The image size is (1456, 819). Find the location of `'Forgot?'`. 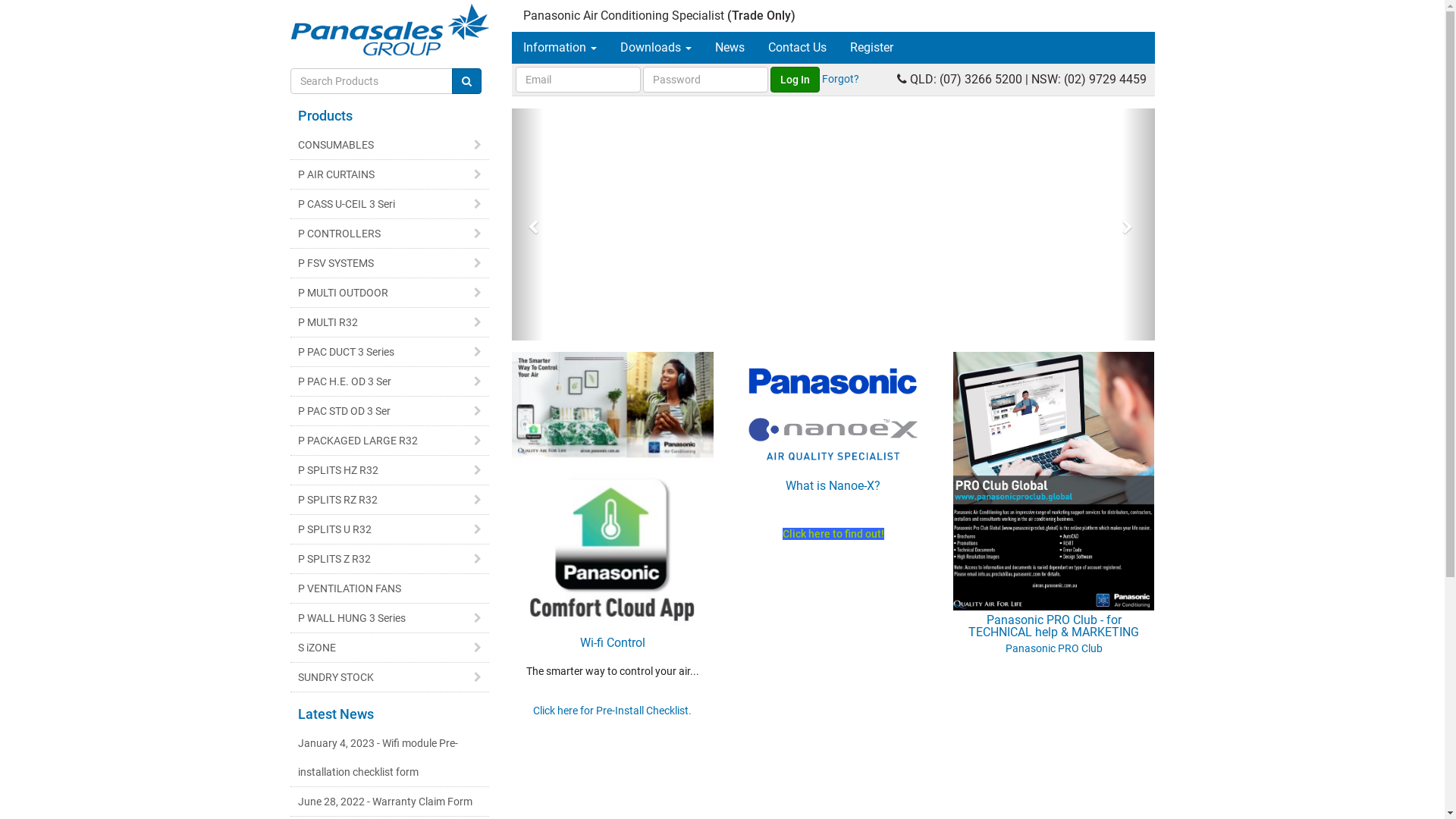

'Forgot?' is located at coordinates (839, 79).